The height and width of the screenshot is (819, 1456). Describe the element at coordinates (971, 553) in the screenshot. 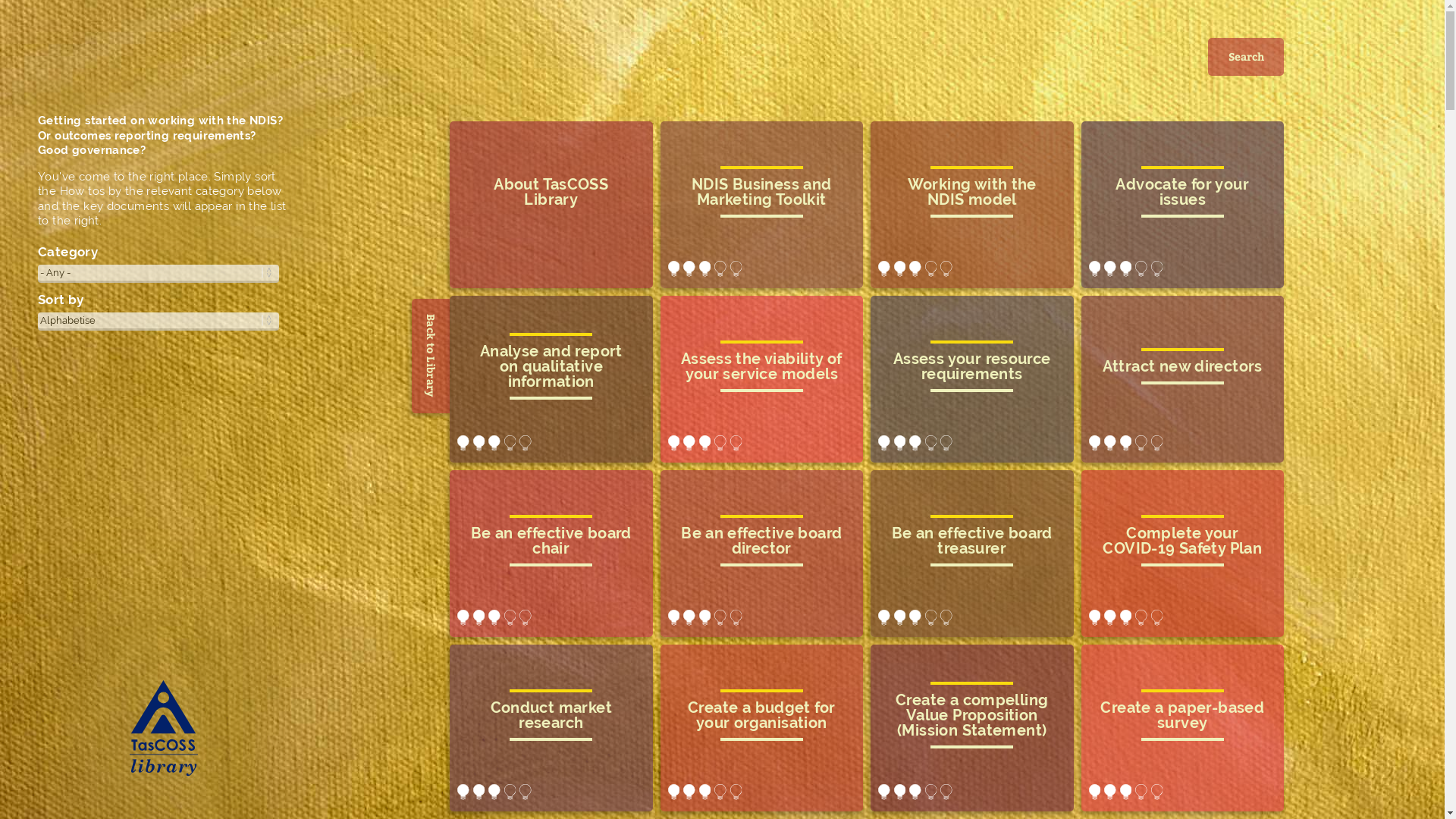

I see `'be an effective board treasurer'` at that location.